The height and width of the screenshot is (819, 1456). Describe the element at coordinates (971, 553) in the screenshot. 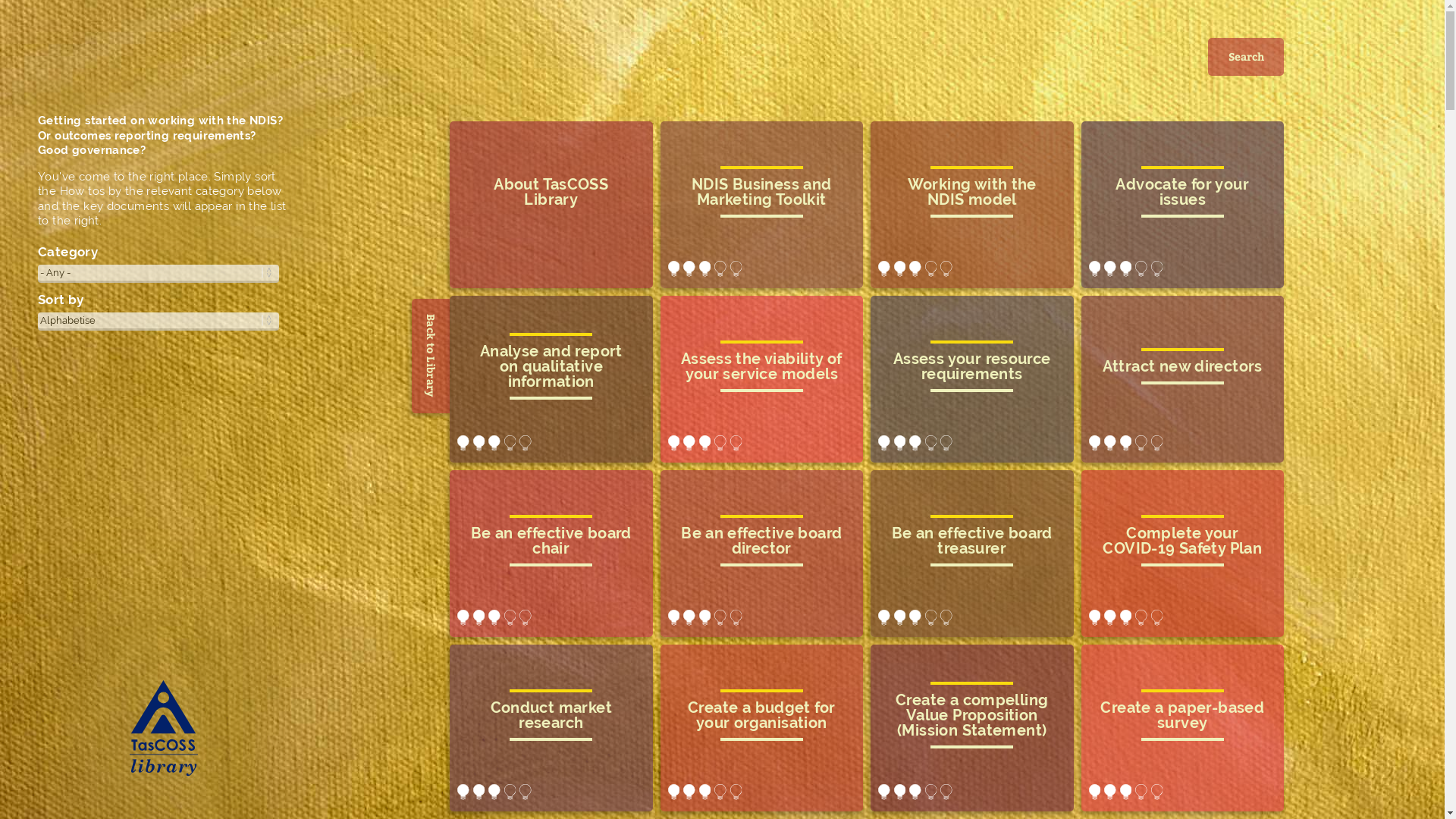

I see `'be an effective board treasurer'` at that location.